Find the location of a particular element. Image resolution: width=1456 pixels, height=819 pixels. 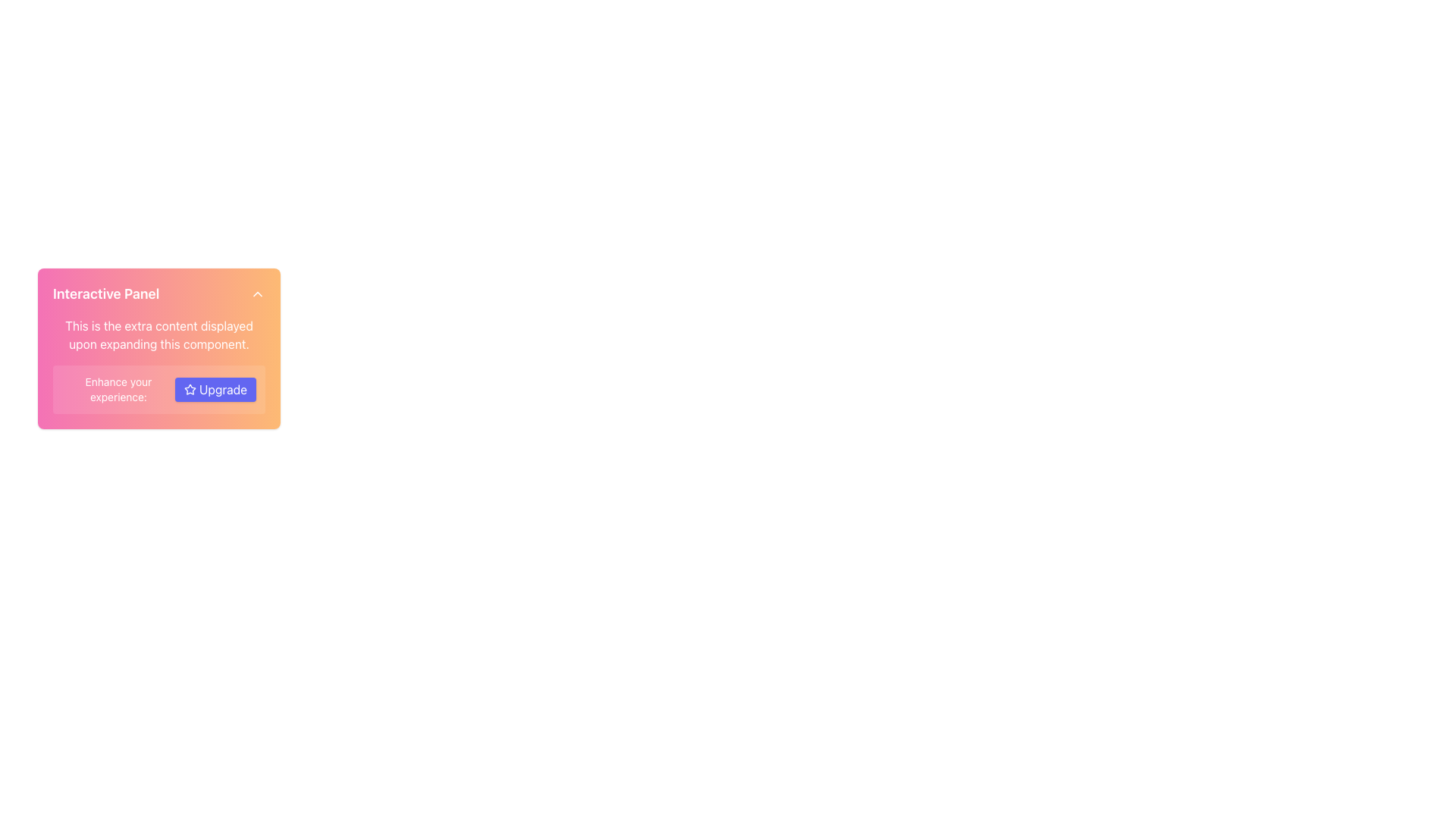

the interactive panel labeled by the text label is located at coordinates (105, 294).